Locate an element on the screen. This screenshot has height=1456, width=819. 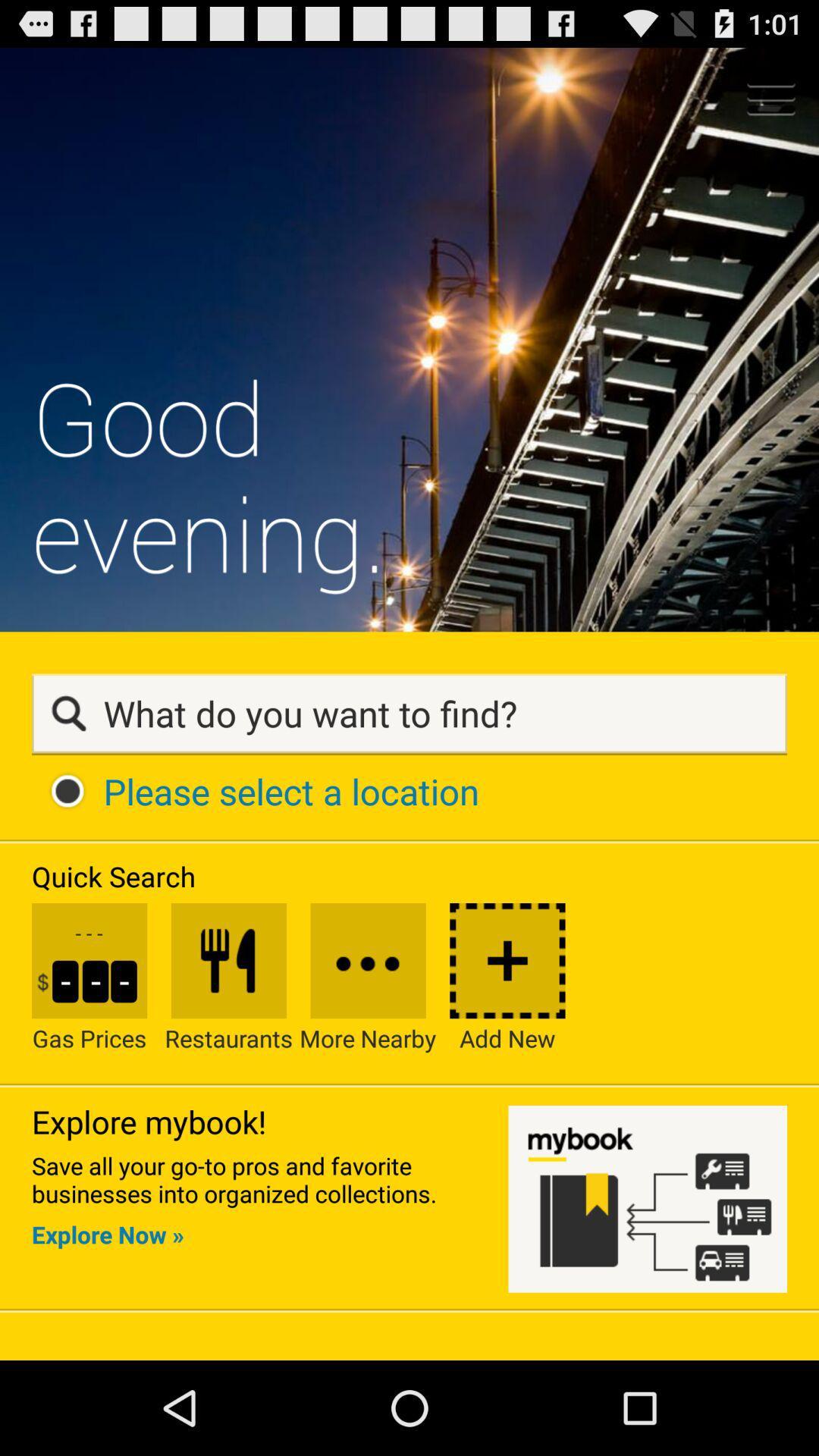
the sliders icon is located at coordinates (228, 1050).